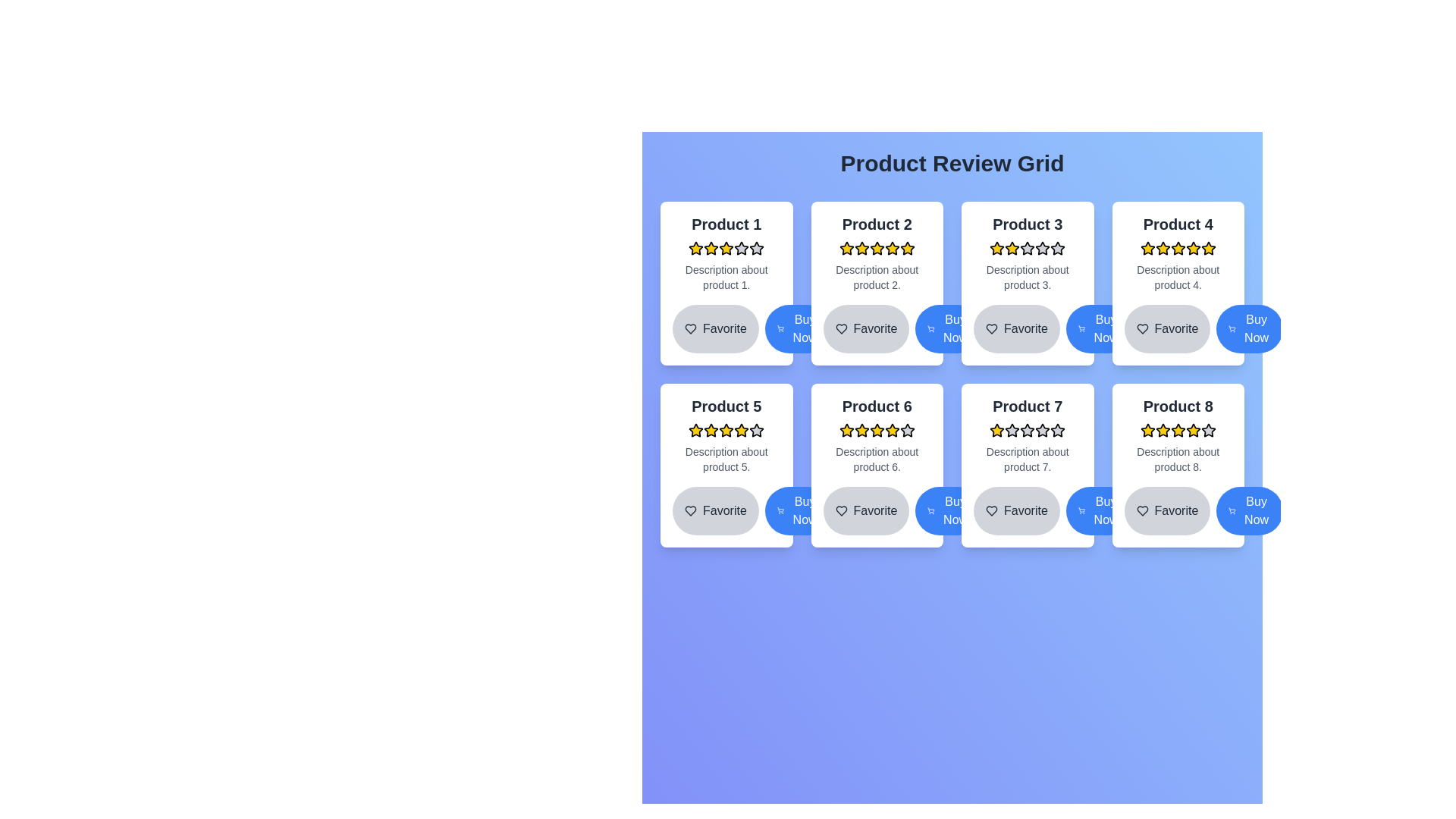 This screenshot has height=819, width=1456. I want to click on the third yellow star icon, so click(892, 247).